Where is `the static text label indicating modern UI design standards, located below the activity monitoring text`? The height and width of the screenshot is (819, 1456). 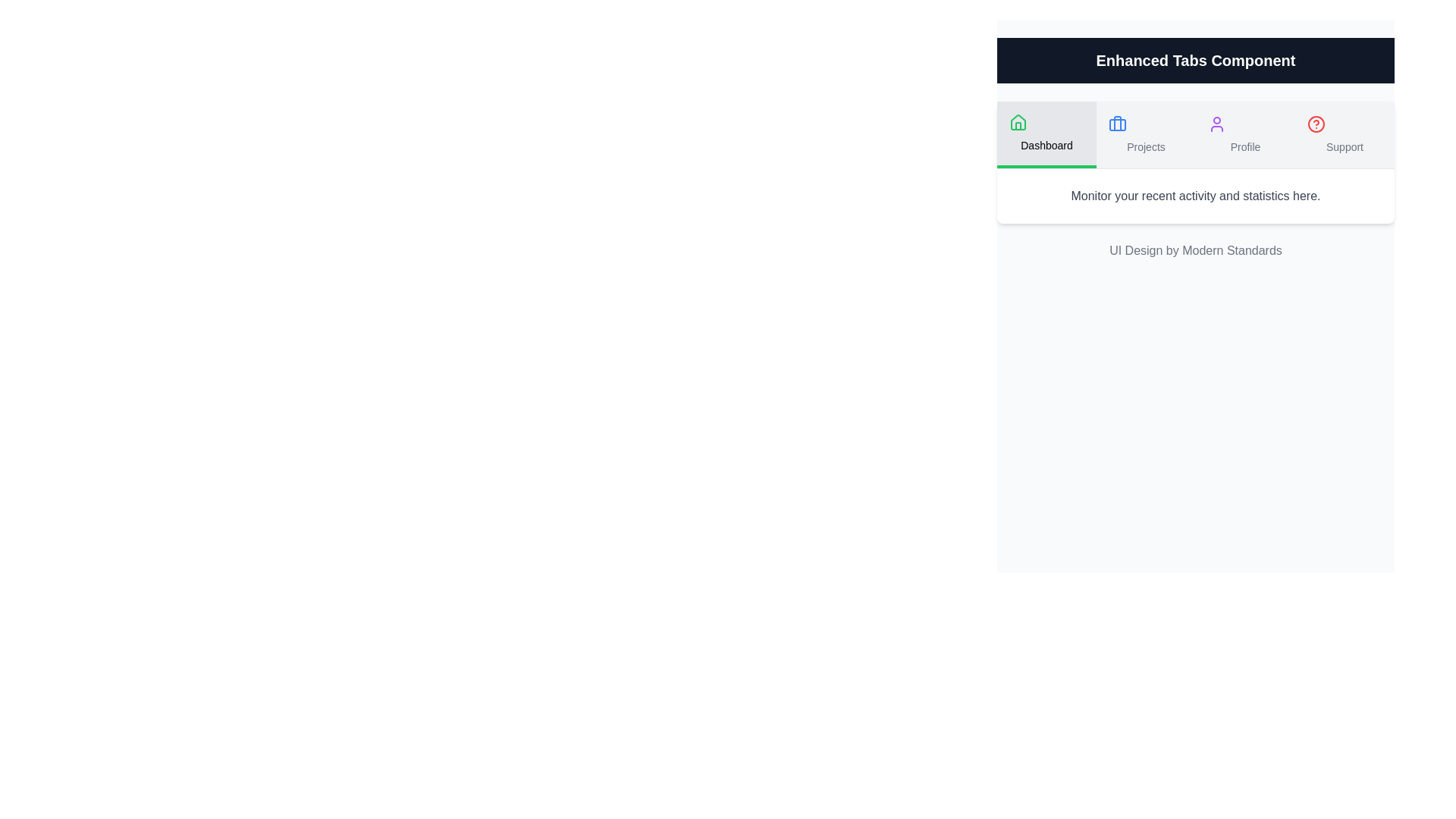 the static text label indicating modern UI design standards, located below the activity monitoring text is located at coordinates (1194, 250).